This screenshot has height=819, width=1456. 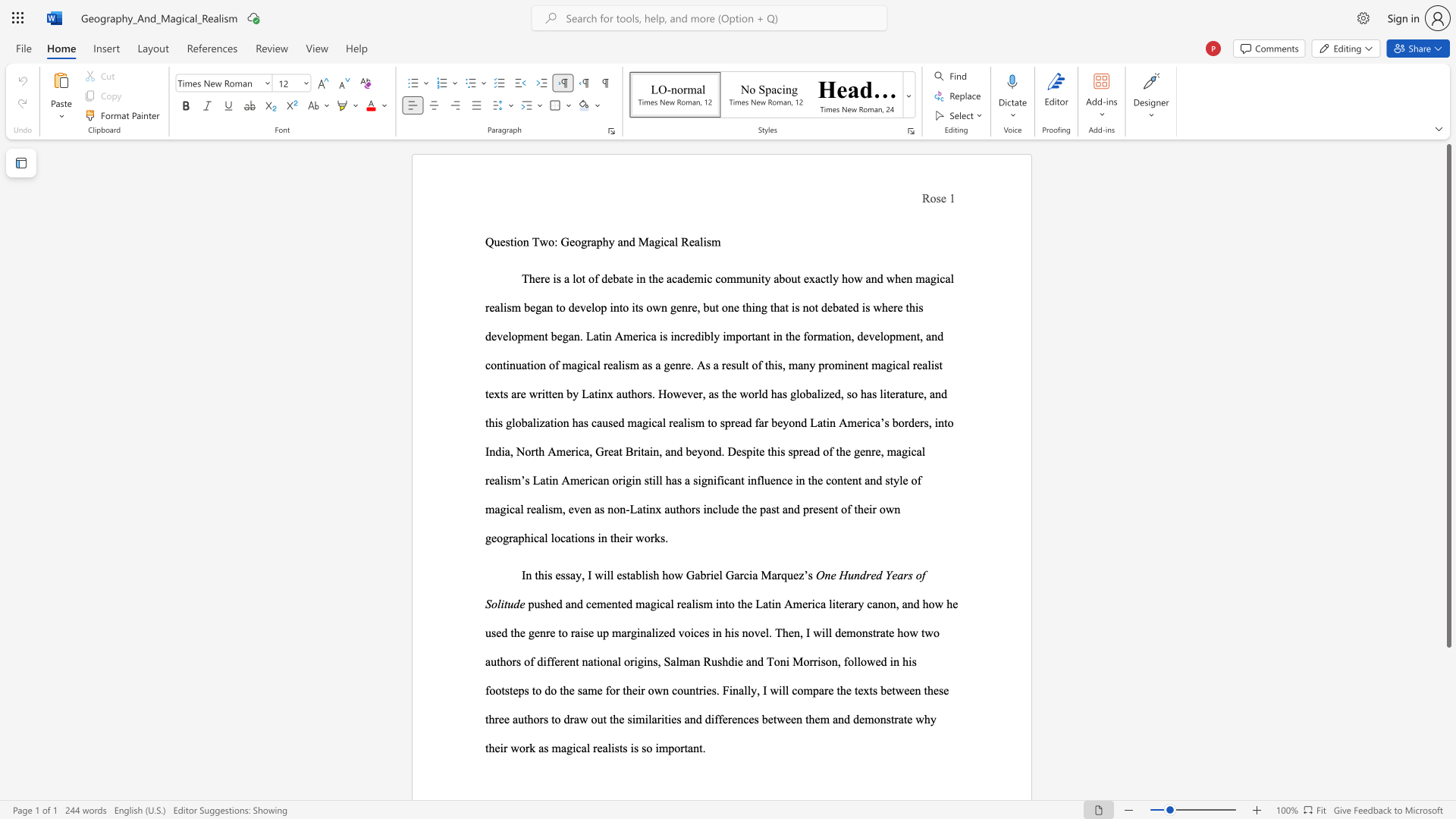 What do you see at coordinates (1448, 727) in the screenshot?
I see `the scrollbar on the side` at bounding box center [1448, 727].